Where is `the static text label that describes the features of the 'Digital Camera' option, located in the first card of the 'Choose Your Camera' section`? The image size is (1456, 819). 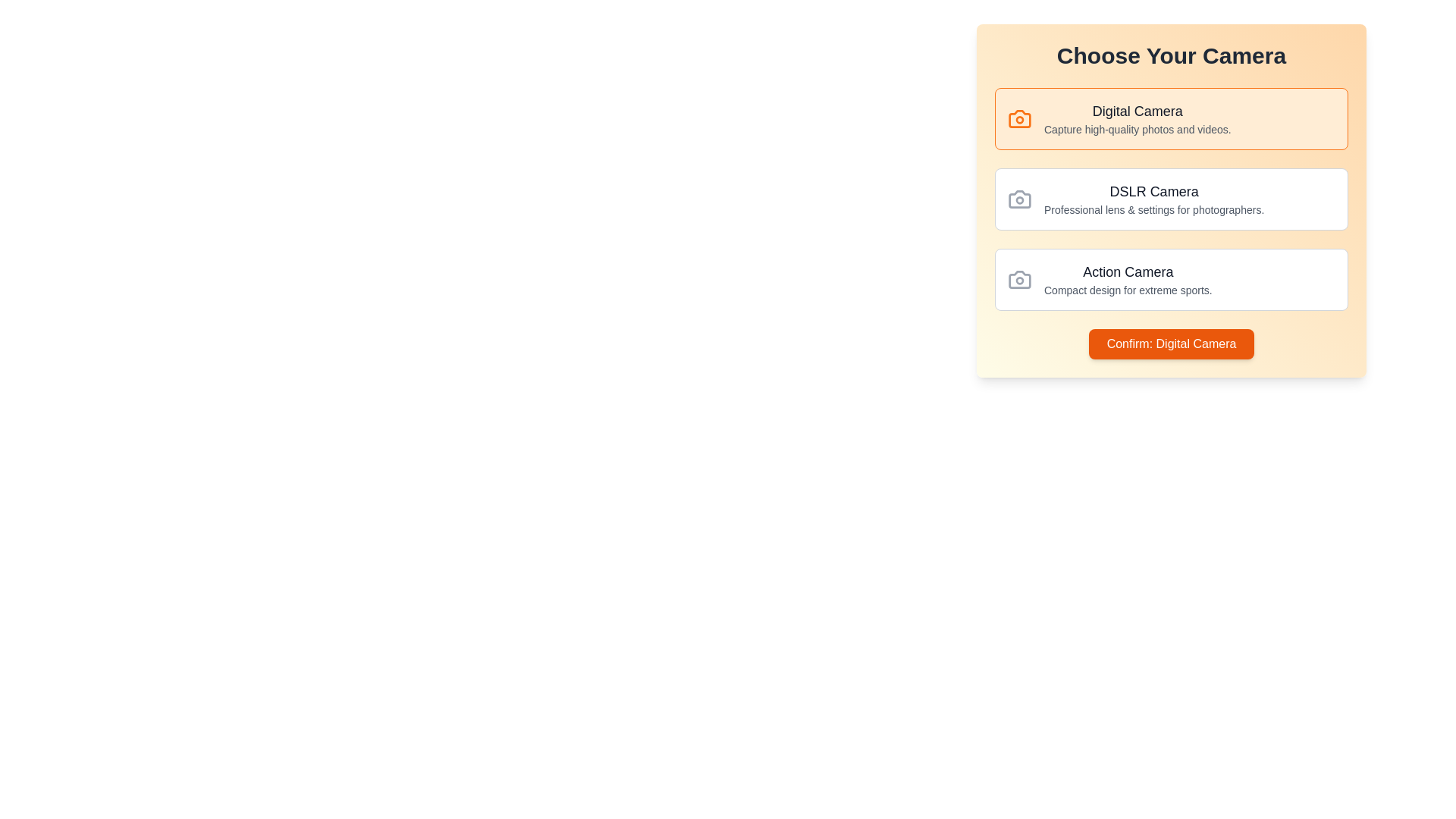
the static text label that describes the features of the 'Digital Camera' option, located in the first card of the 'Choose Your Camera' section is located at coordinates (1137, 128).